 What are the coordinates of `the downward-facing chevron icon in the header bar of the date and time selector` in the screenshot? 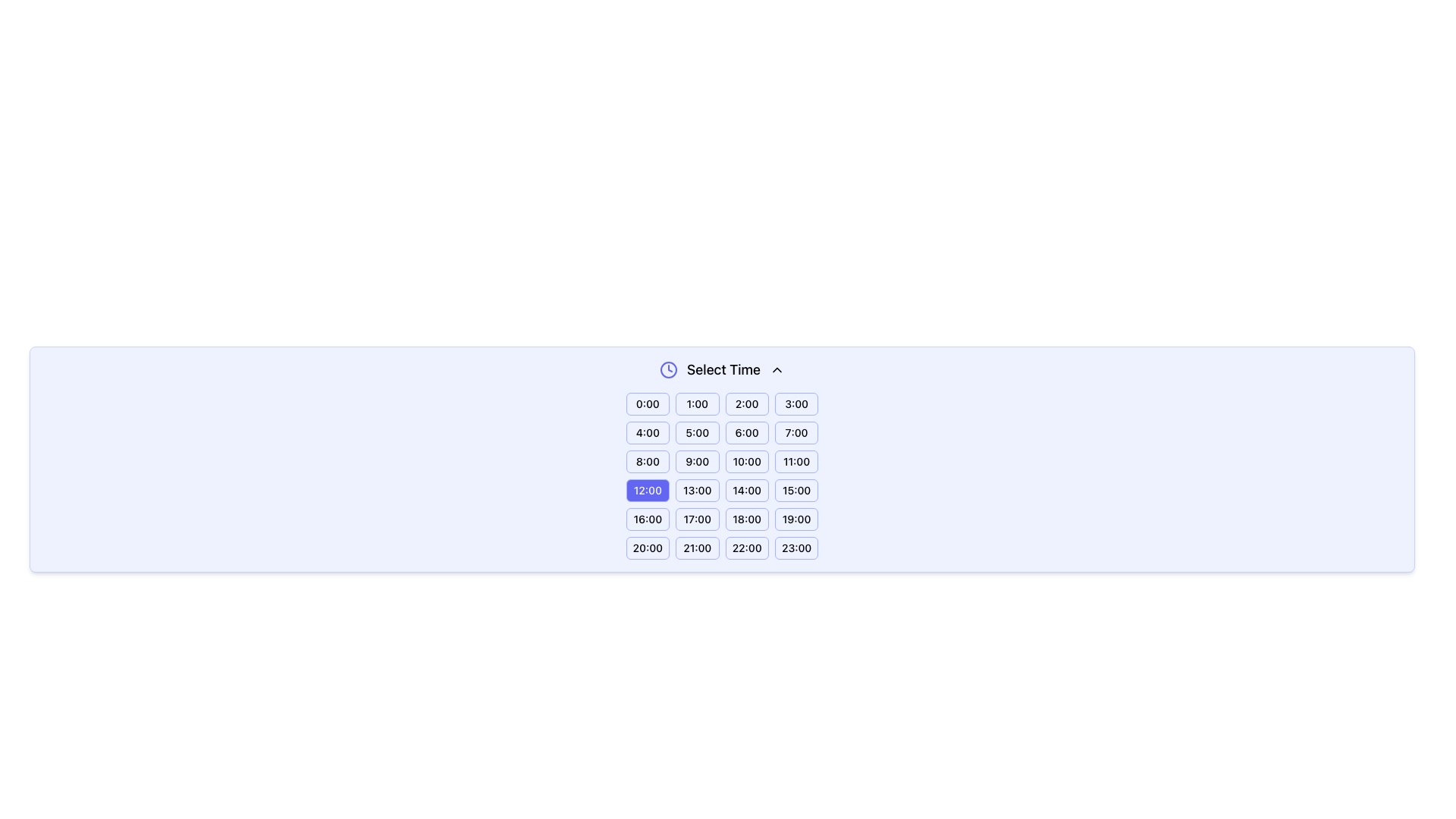 It's located at (777, 370).